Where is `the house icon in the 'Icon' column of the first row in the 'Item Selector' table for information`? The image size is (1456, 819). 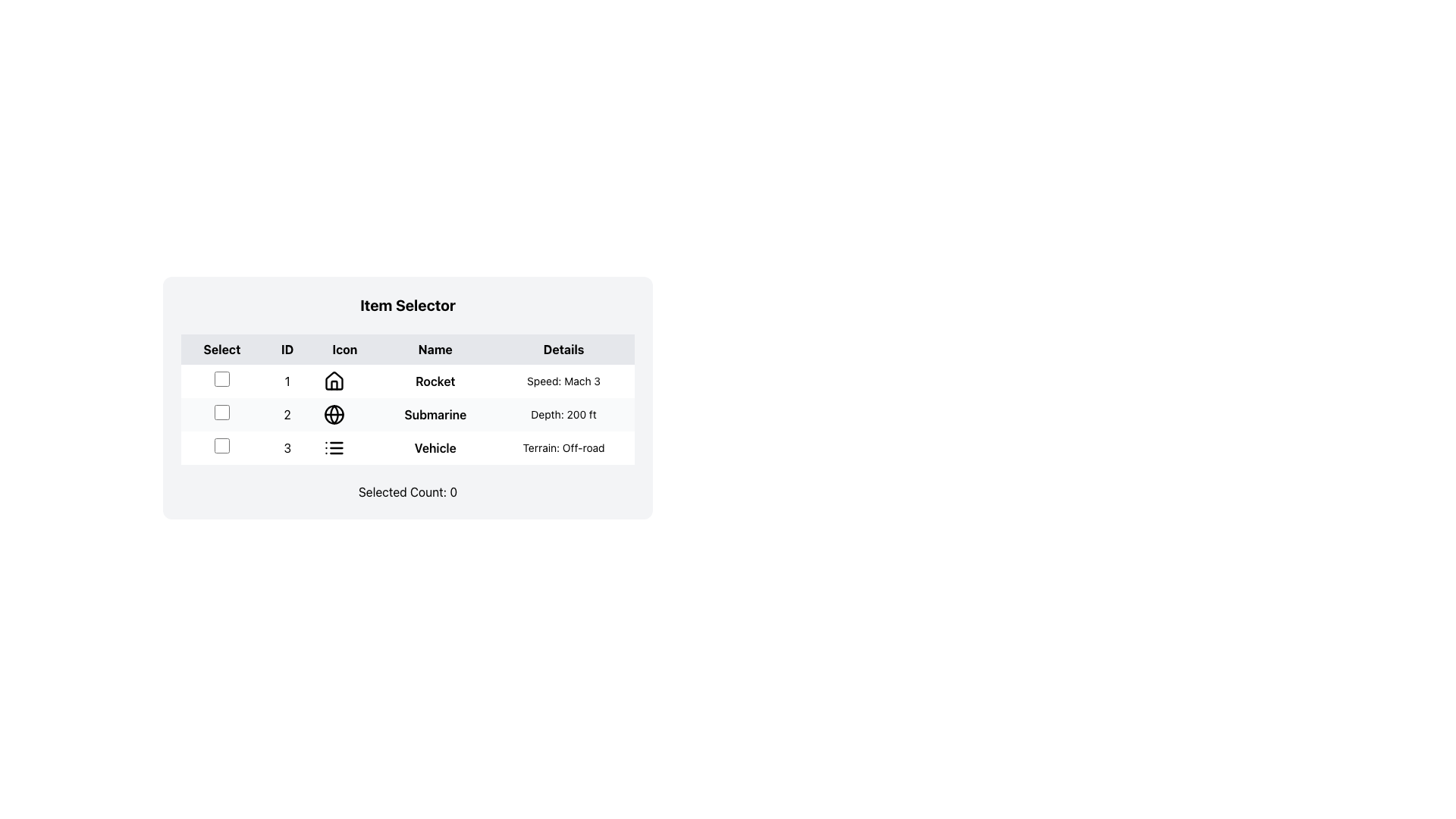 the house icon in the 'Icon' column of the first row in the 'Item Selector' table for information is located at coordinates (344, 380).